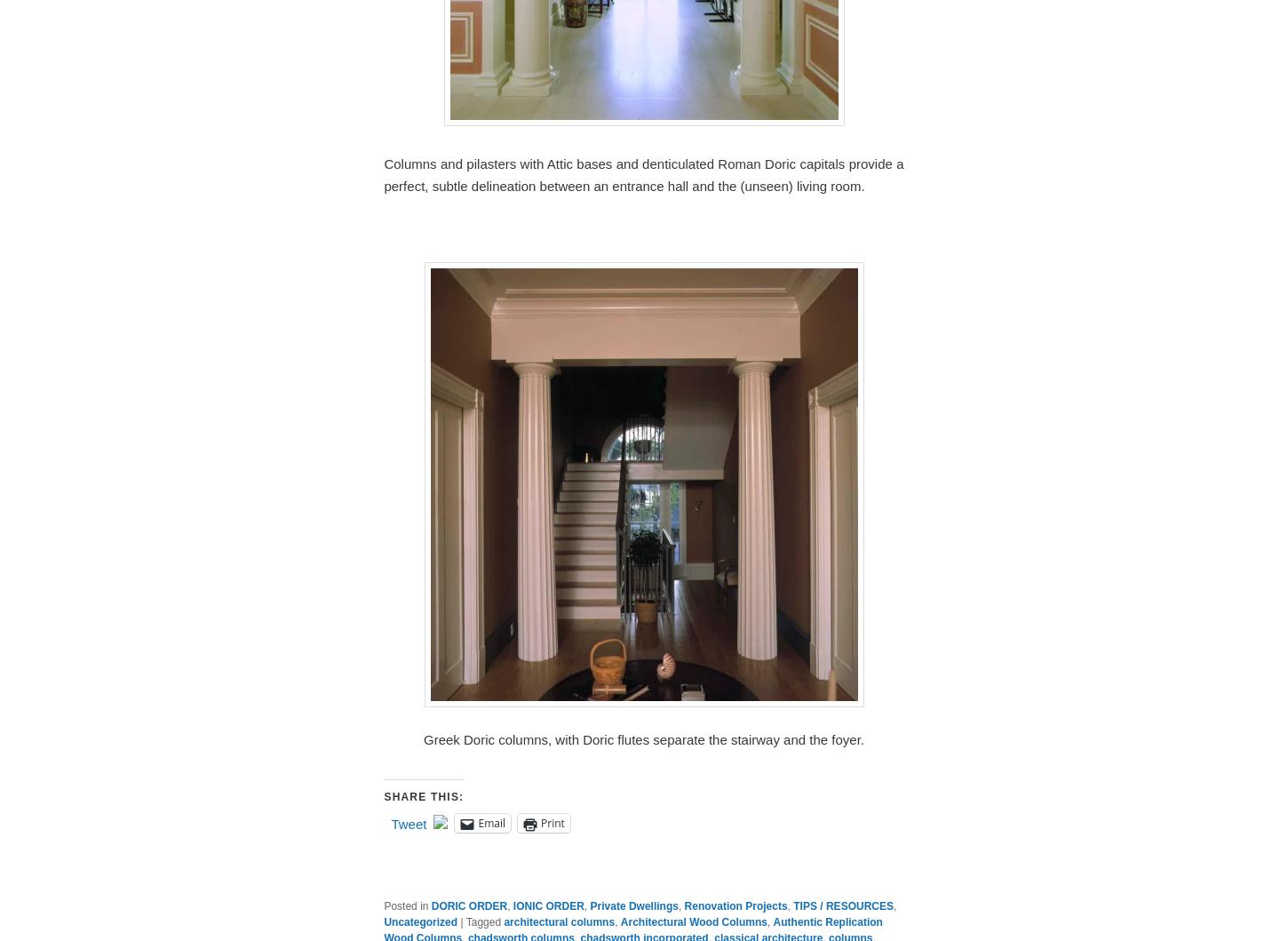 This screenshot has width=1288, height=941. I want to click on 'Email', so click(491, 823).